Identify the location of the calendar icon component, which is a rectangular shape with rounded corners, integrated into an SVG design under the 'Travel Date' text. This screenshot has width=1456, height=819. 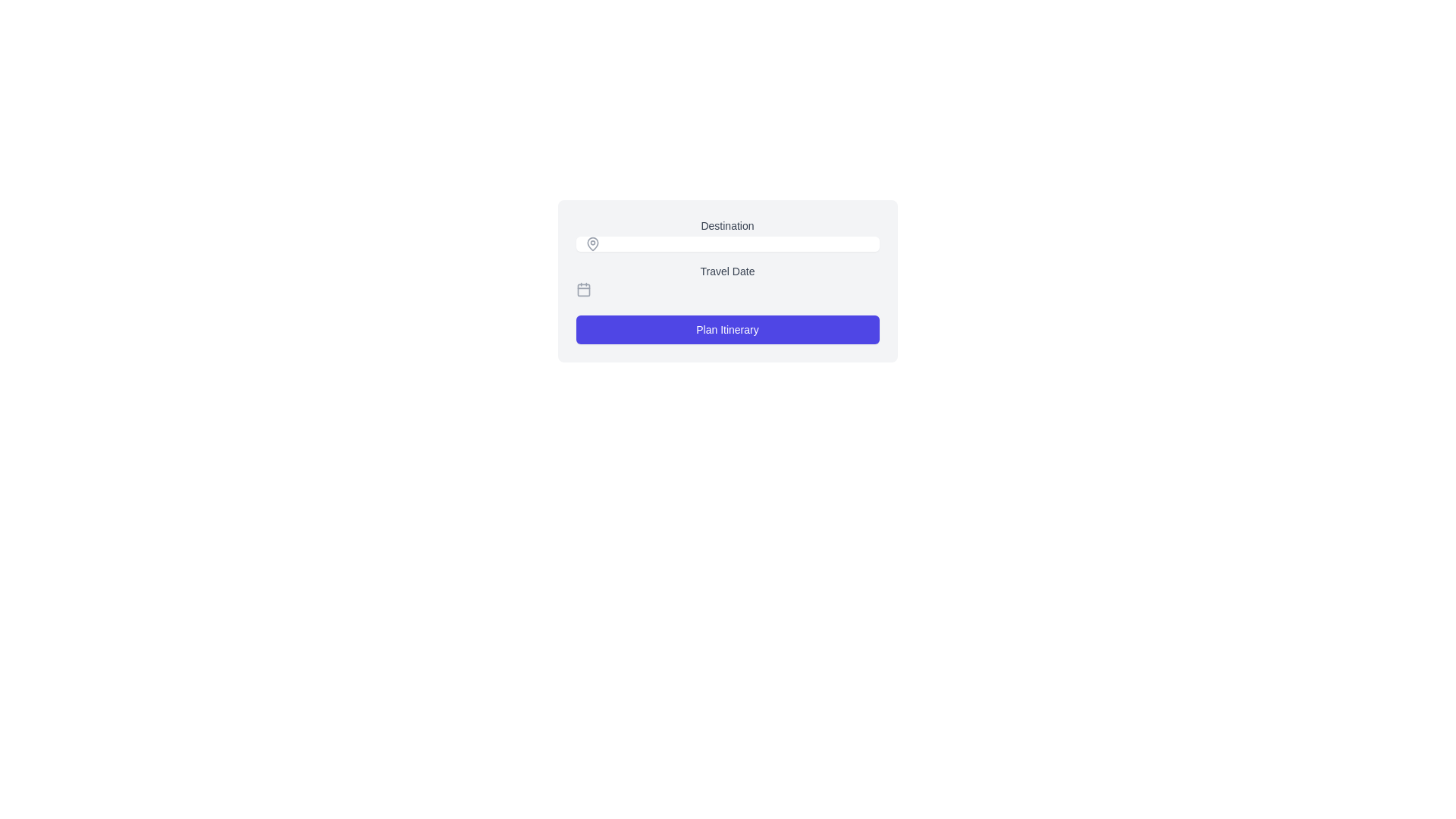
(582, 290).